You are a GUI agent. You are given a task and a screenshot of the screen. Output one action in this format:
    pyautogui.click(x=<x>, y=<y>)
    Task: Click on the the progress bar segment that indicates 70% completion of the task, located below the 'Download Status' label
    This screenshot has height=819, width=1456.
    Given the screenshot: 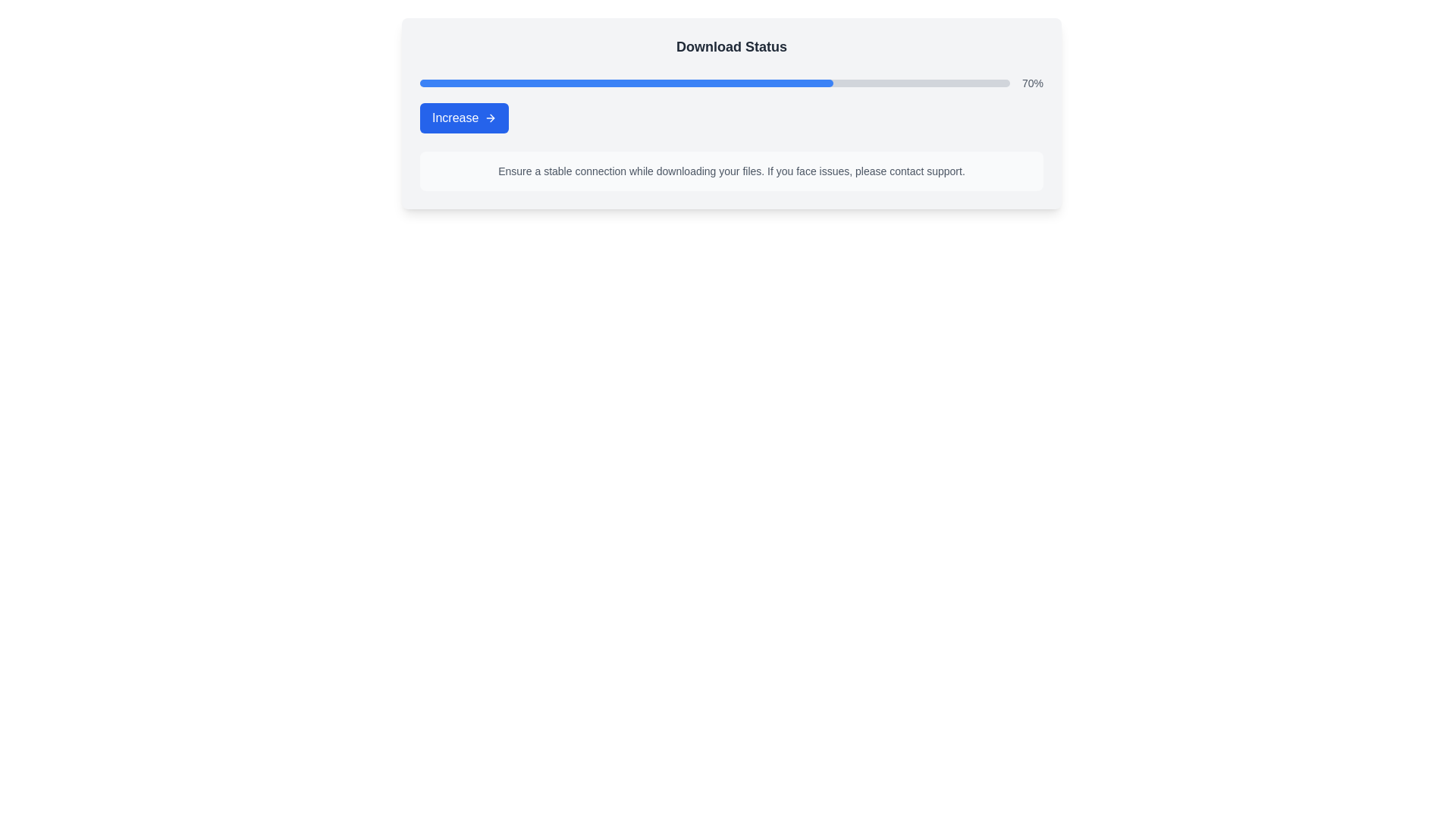 What is the action you would take?
    pyautogui.click(x=626, y=83)
    